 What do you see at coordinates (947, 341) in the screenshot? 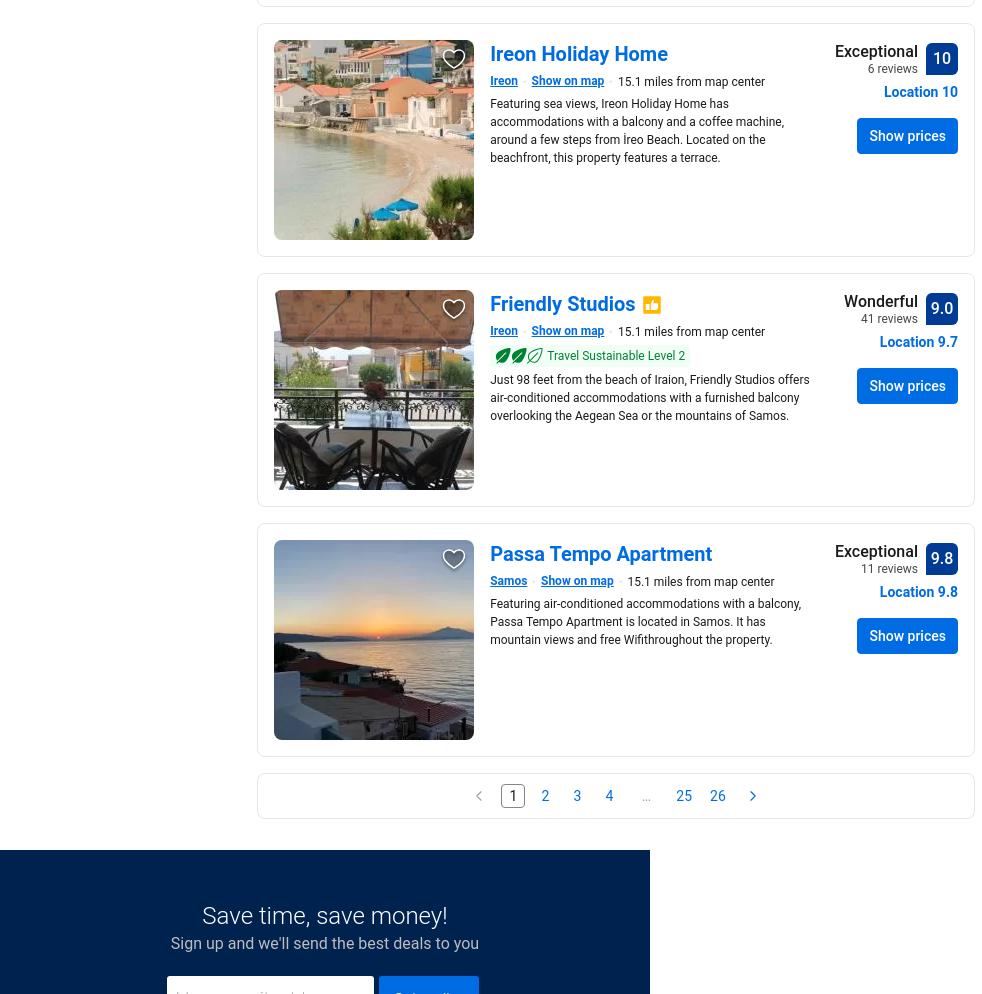
I see `'9.7'` at bounding box center [947, 341].